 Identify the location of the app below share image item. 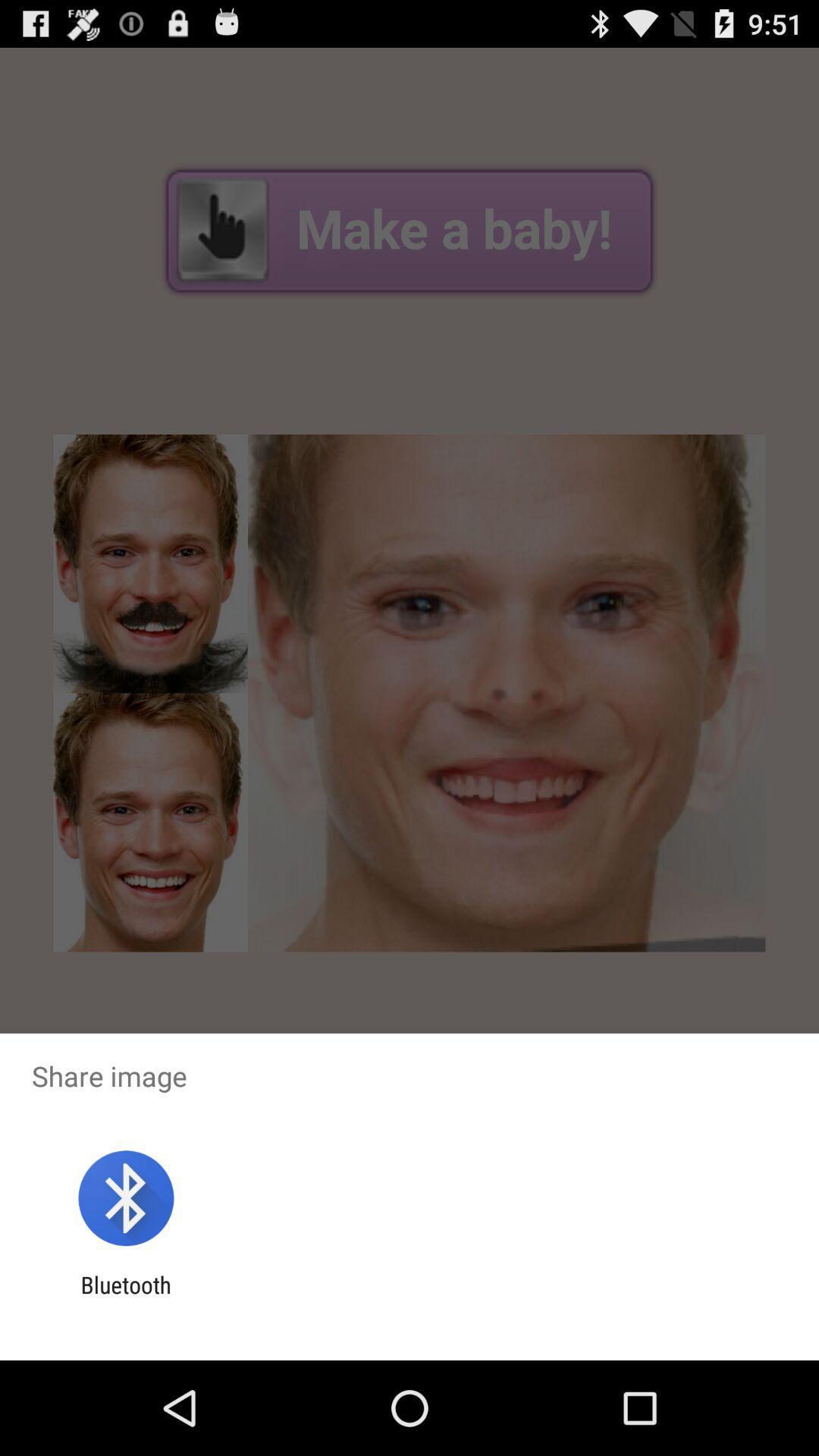
(125, 1197).